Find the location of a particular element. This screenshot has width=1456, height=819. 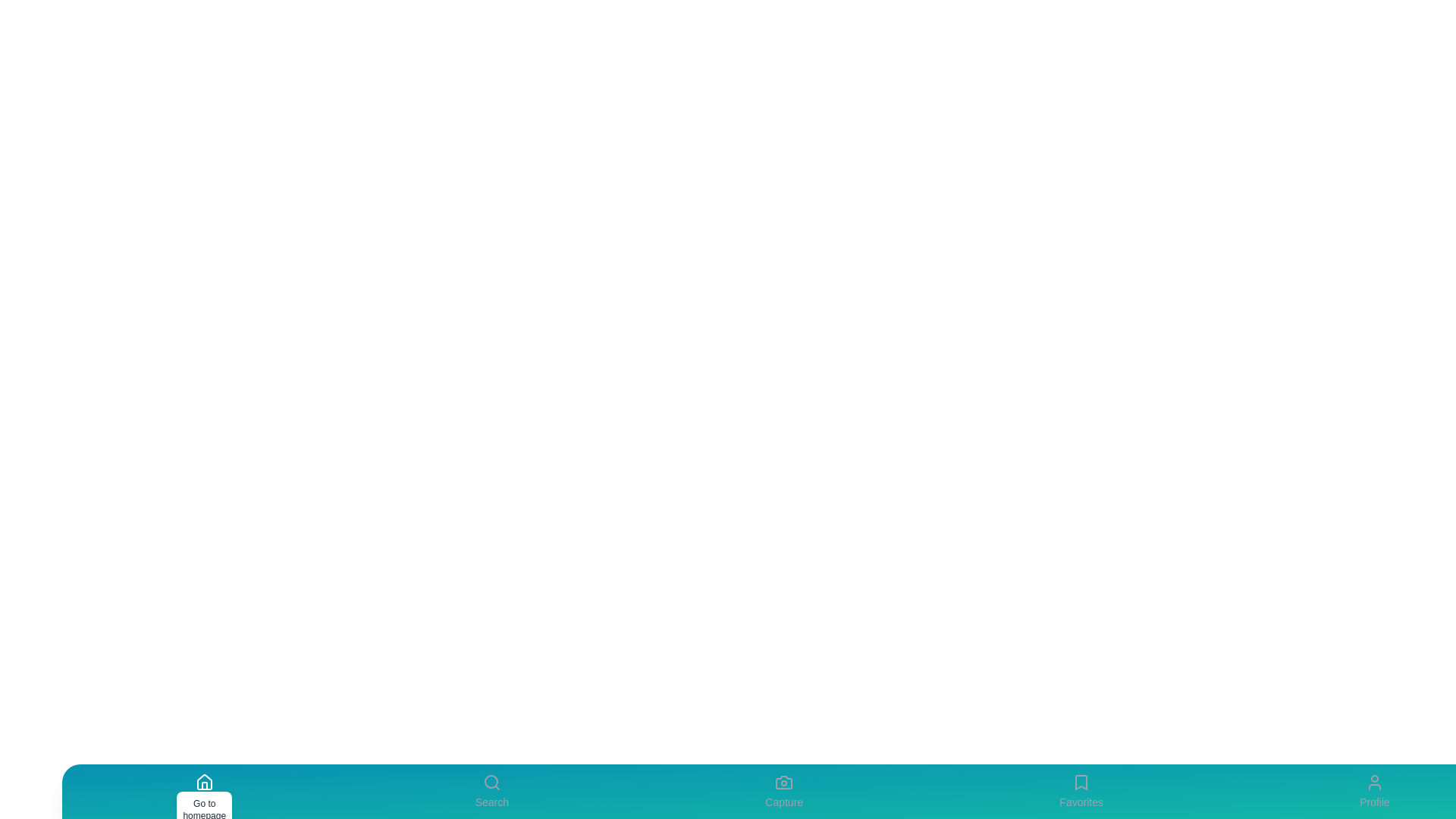

the Favorites tab to view its details is located at coordinates (1081, 791).